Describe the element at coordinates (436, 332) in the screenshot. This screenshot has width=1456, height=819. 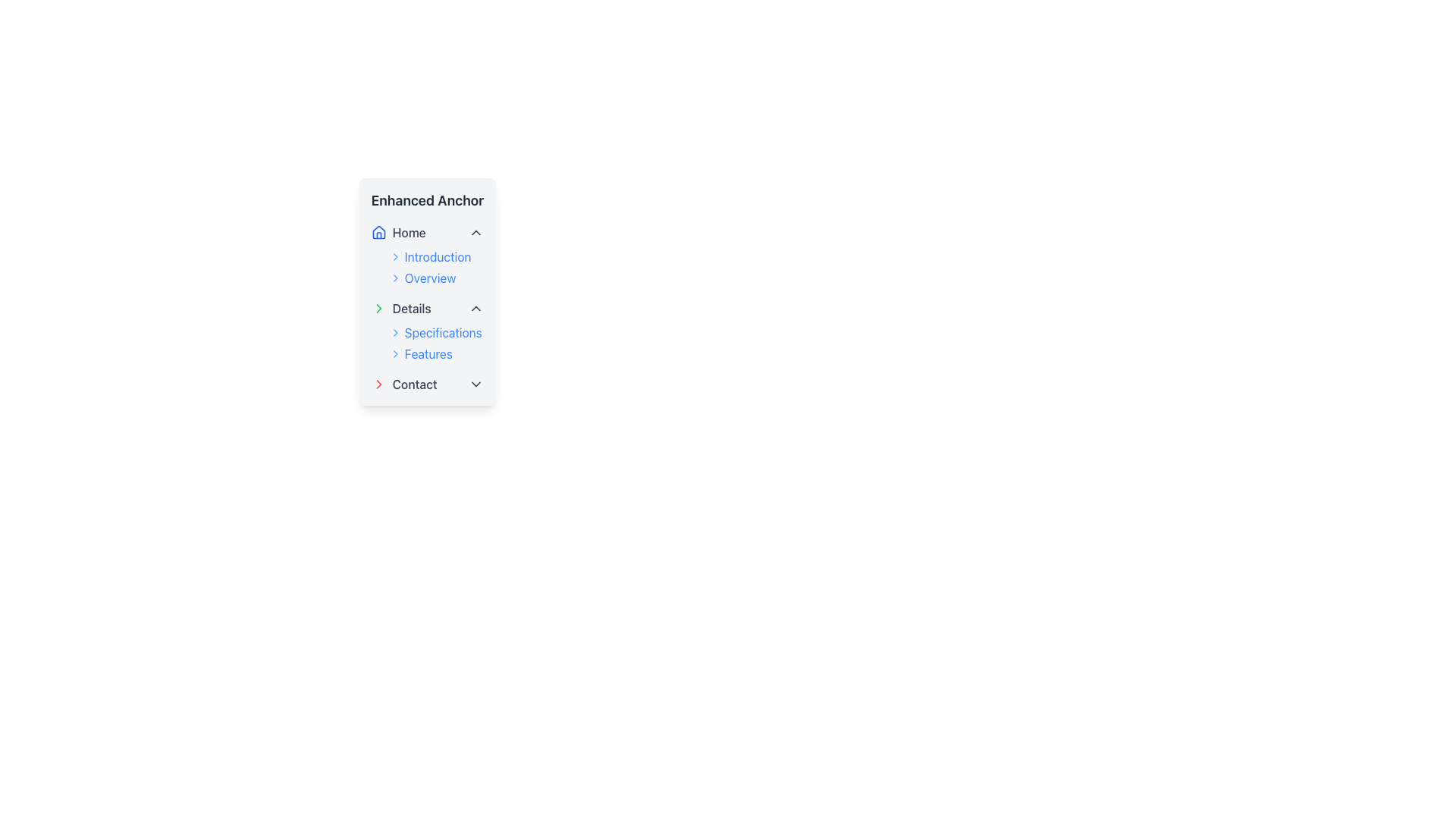
I see `the 'Specifications' navigational link in the collapsible navigation menu` at that location.